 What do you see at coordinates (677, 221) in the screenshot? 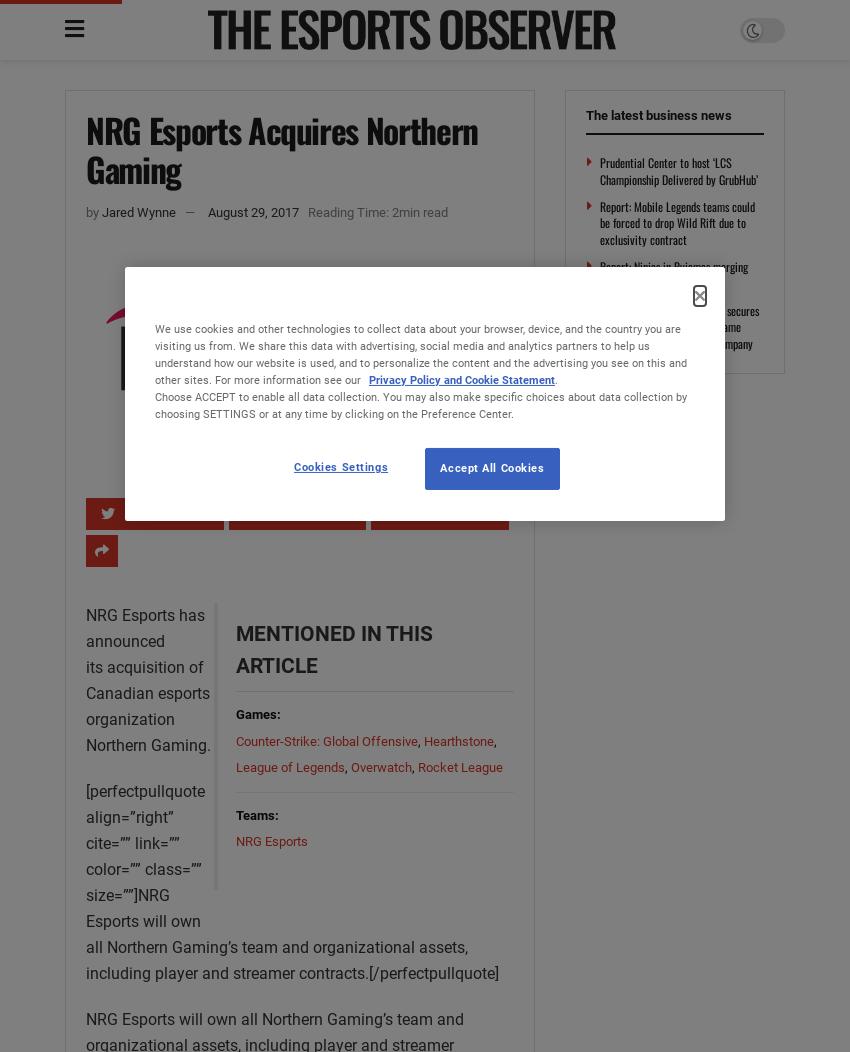
I see `'Report: Mobile Legends teams could be forced to drop Wild Rift due to exclusivity contract'` at bounding box center [677, 221].